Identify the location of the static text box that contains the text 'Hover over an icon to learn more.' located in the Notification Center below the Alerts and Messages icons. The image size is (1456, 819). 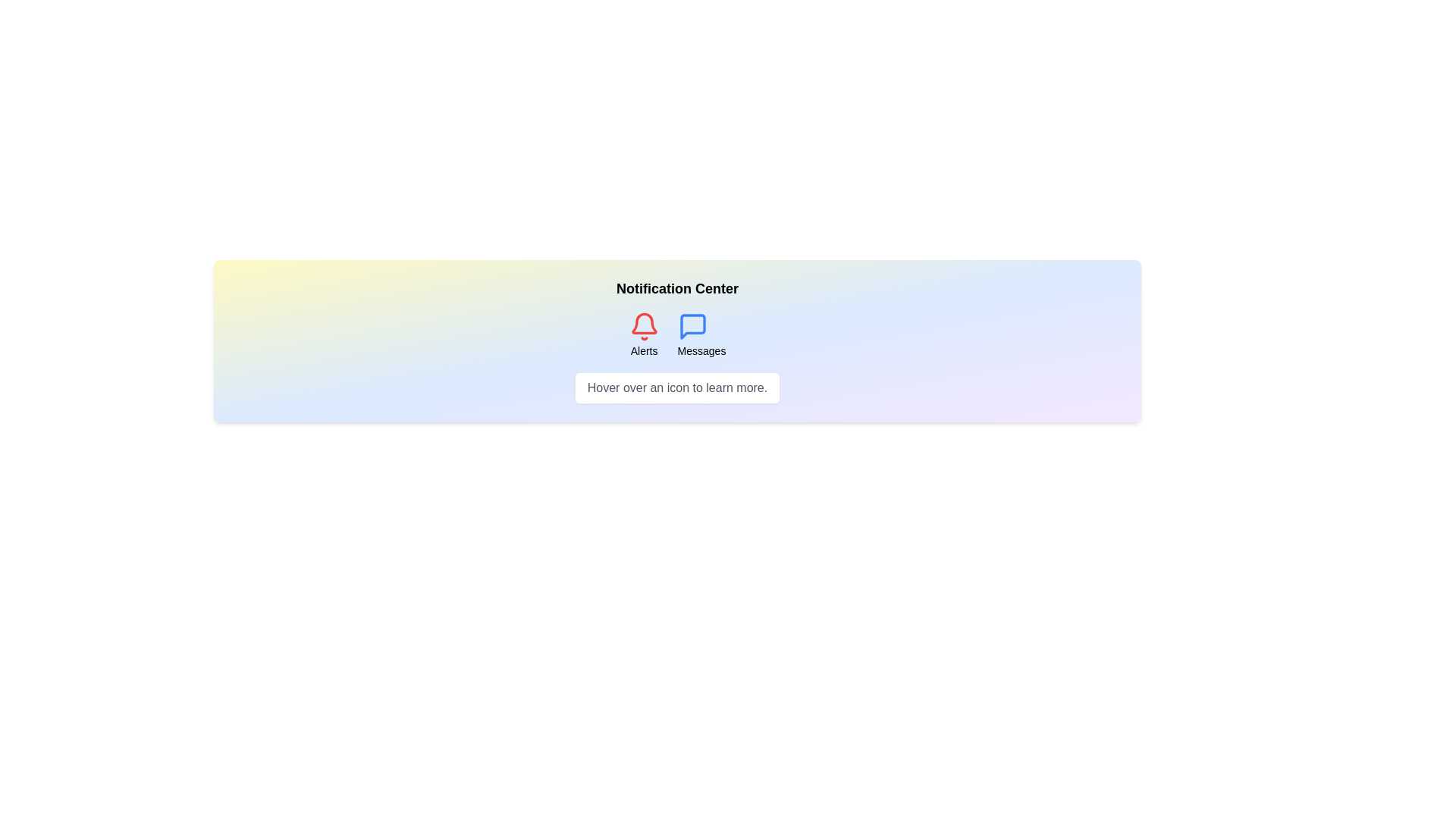
(676, 388).